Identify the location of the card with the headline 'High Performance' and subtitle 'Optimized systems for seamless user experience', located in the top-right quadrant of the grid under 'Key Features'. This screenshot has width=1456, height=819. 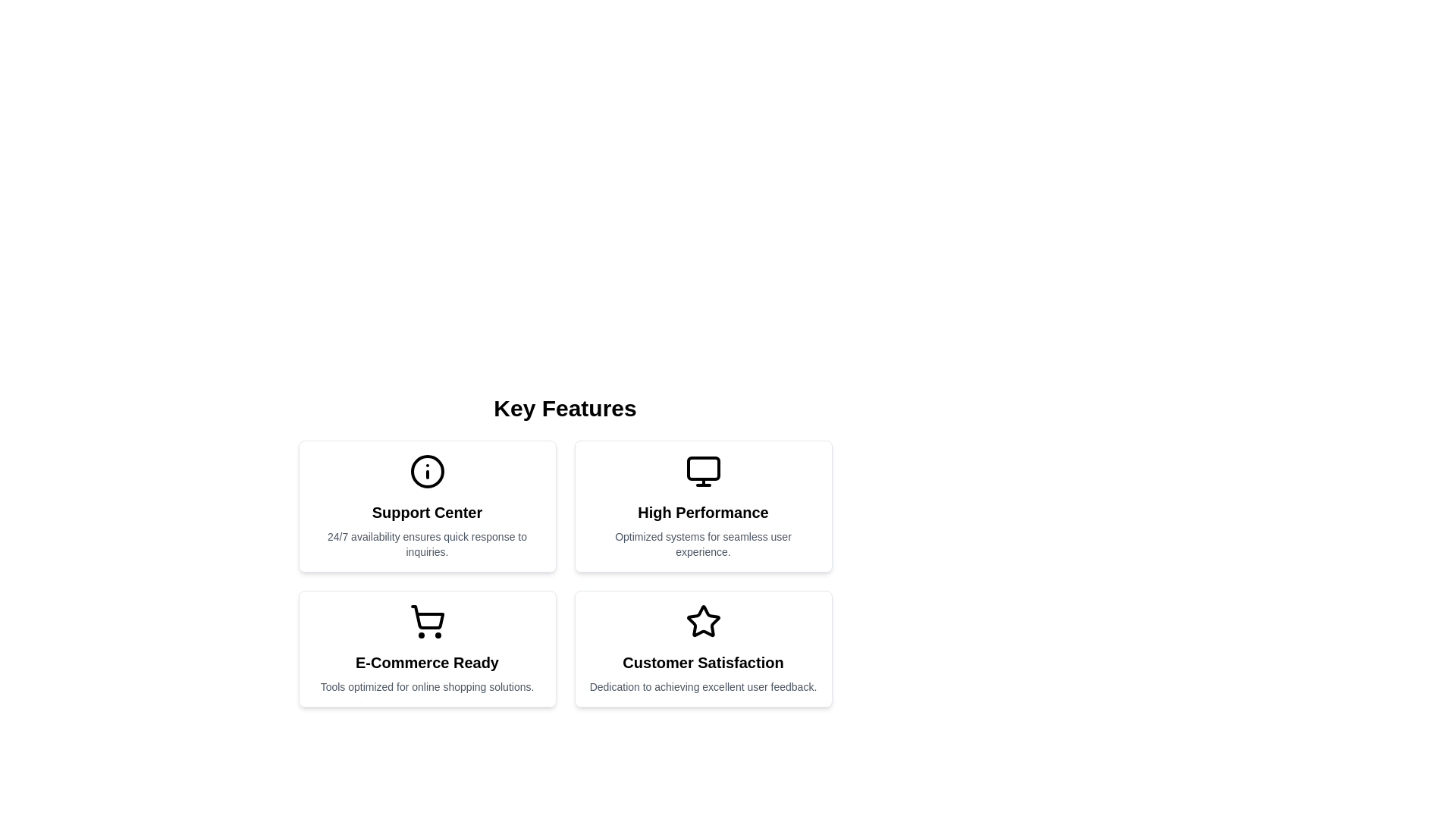
(702, 506).